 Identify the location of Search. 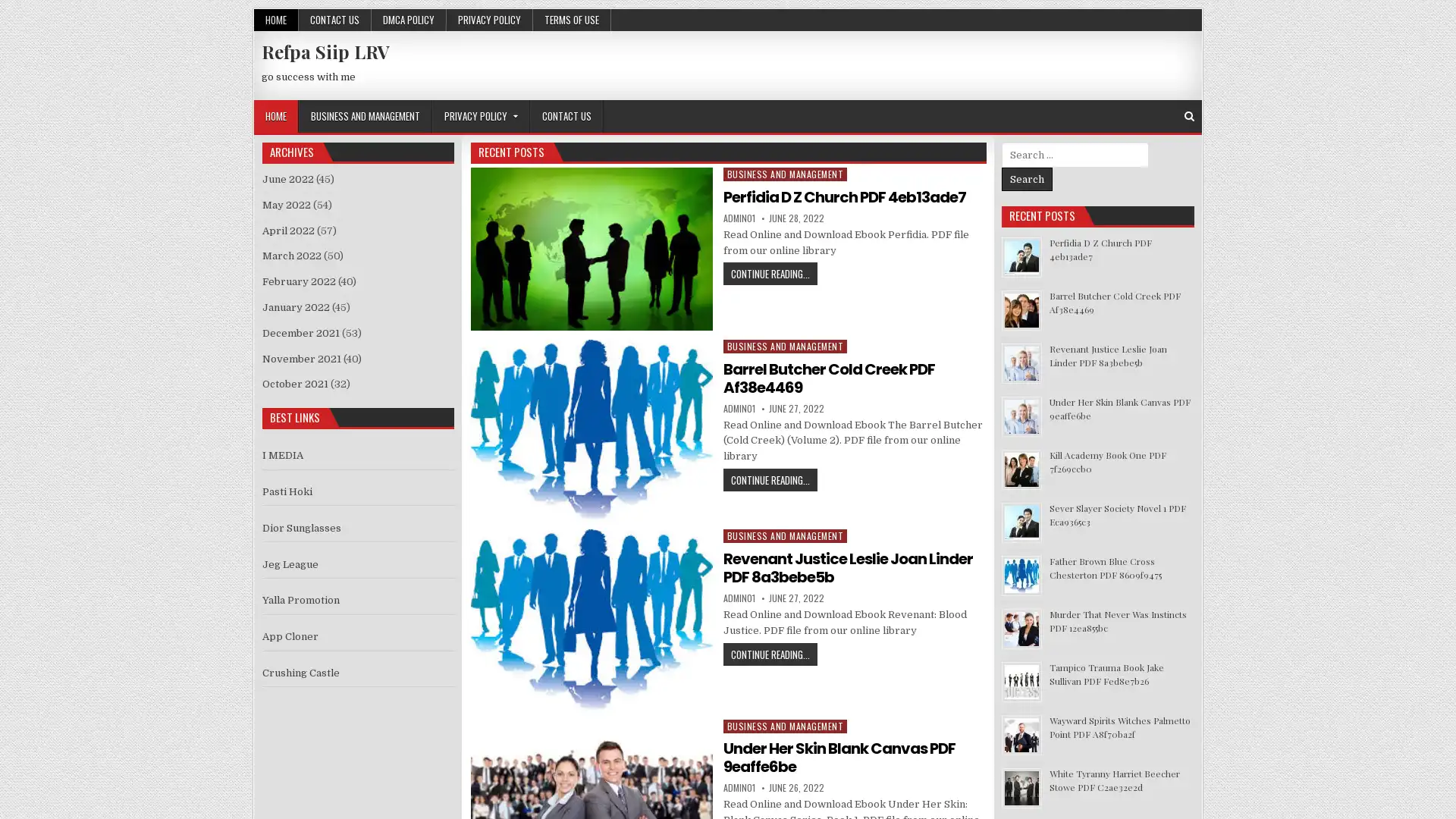
(1027, 178).